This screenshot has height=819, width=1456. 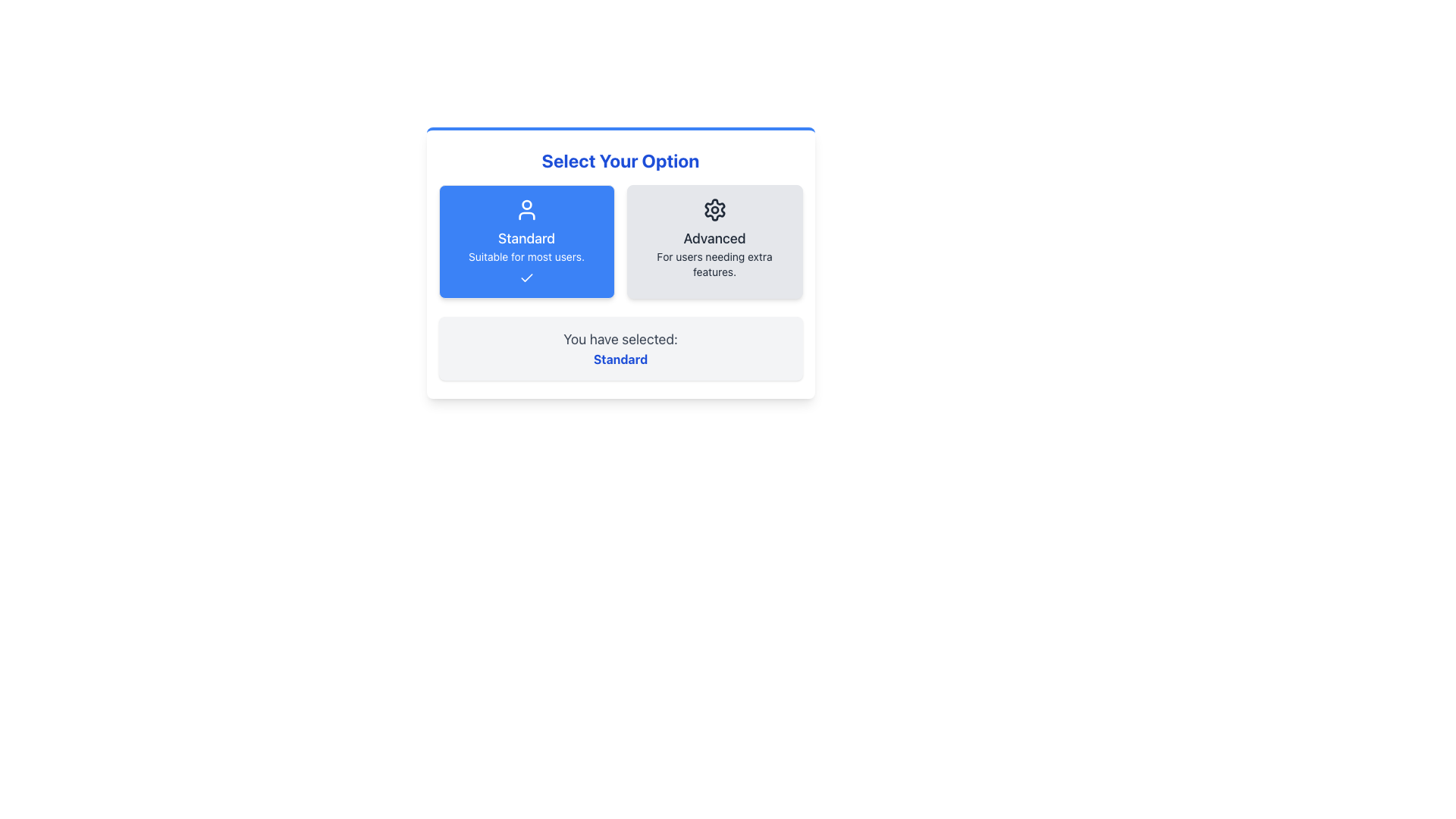 I want to click on the 'Standard' option icon, which is visually represented by a user-like head icon centrally located in the interface, with prominent text below it, so click(x=526, y=205).